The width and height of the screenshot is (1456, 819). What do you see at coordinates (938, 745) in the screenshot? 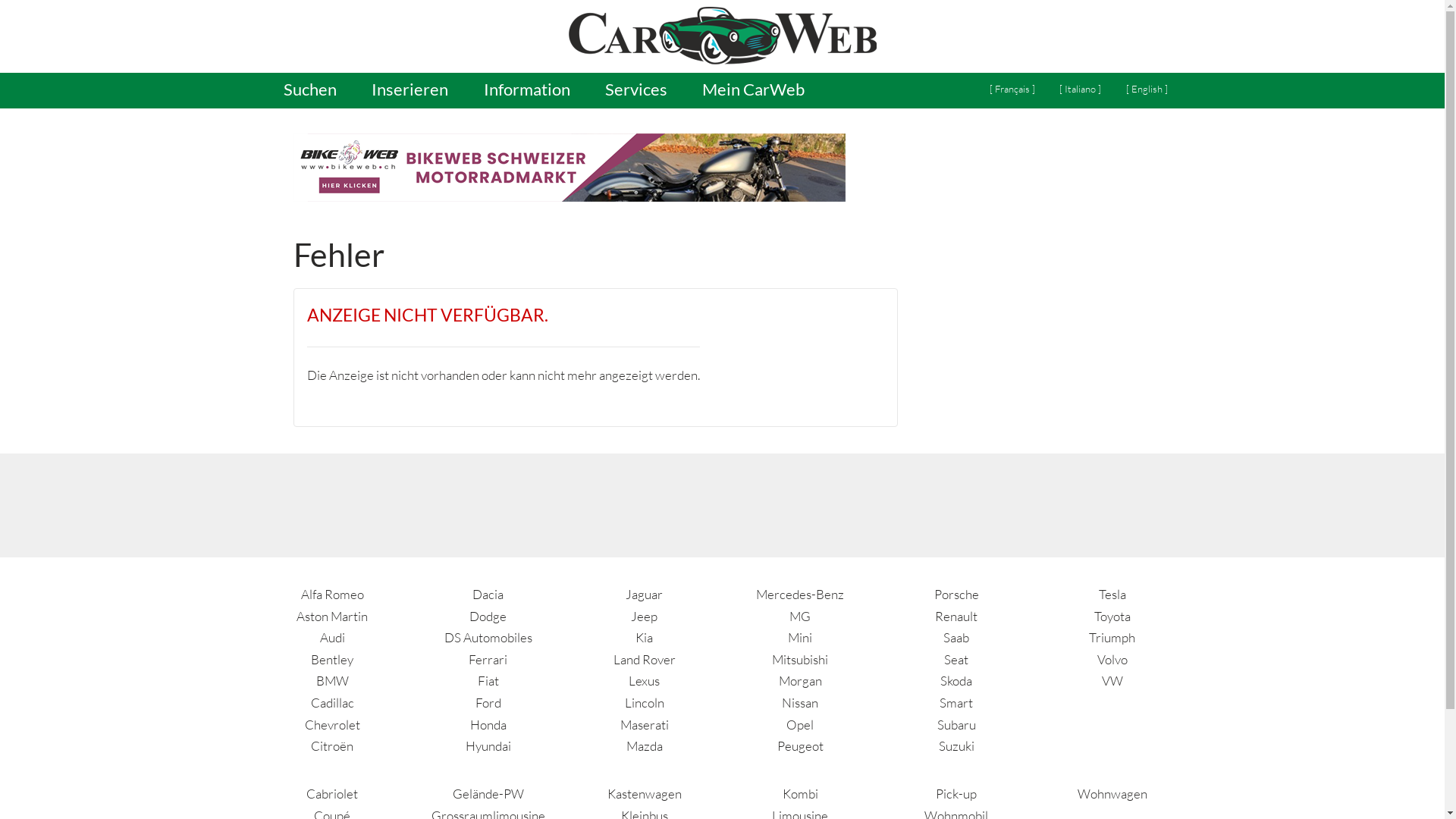
I see `'Suzuki'` at bounding box center [938, 745].